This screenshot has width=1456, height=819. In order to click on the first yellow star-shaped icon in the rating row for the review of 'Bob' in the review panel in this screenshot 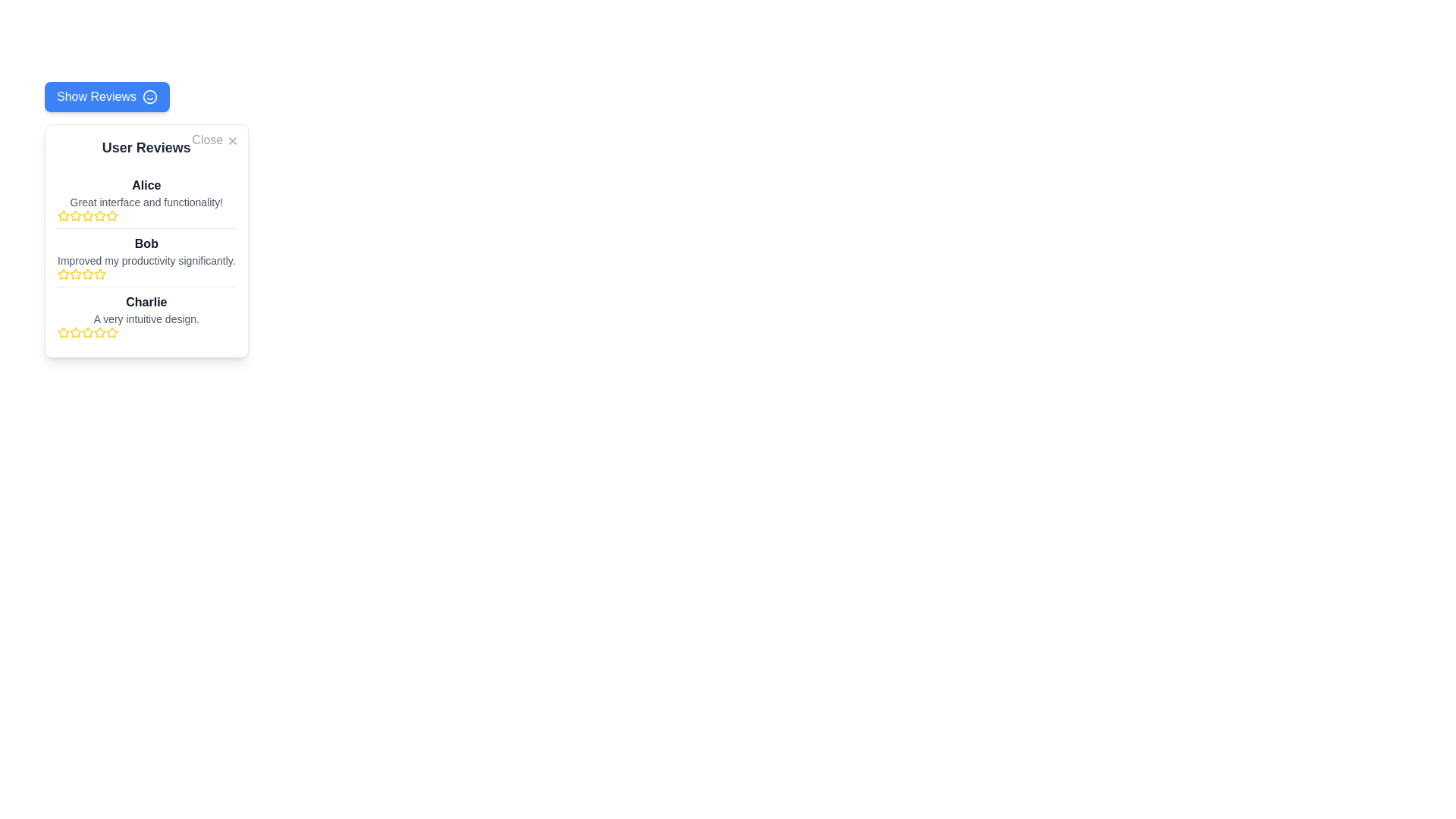, I will do `click(62, 275)`.